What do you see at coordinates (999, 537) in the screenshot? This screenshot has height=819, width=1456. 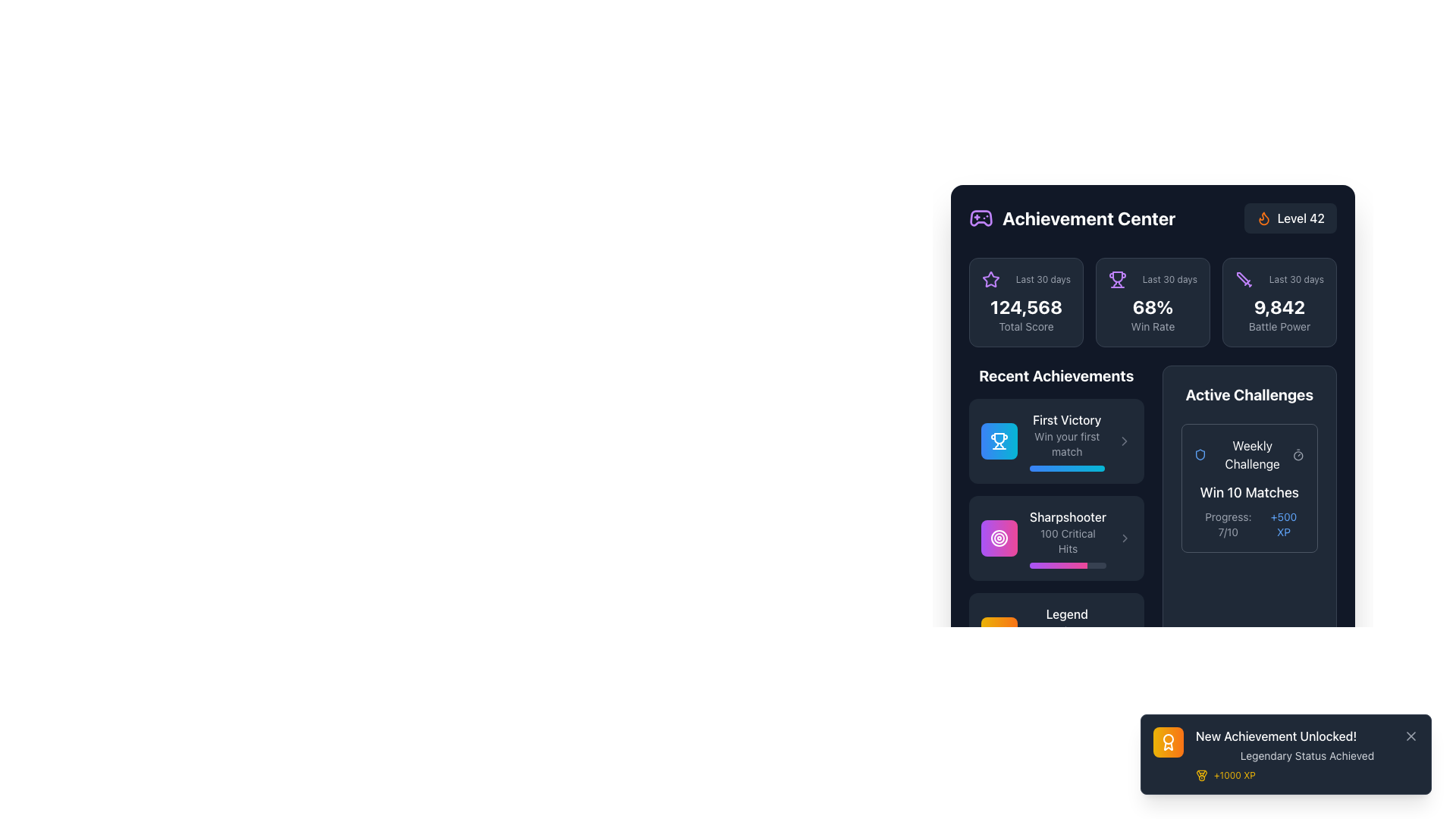 I see `the middle SVG circle component that symbolizes a target or achievement, located in the lower bottom notification-like UI cluster` at bounding box center [999, 537].